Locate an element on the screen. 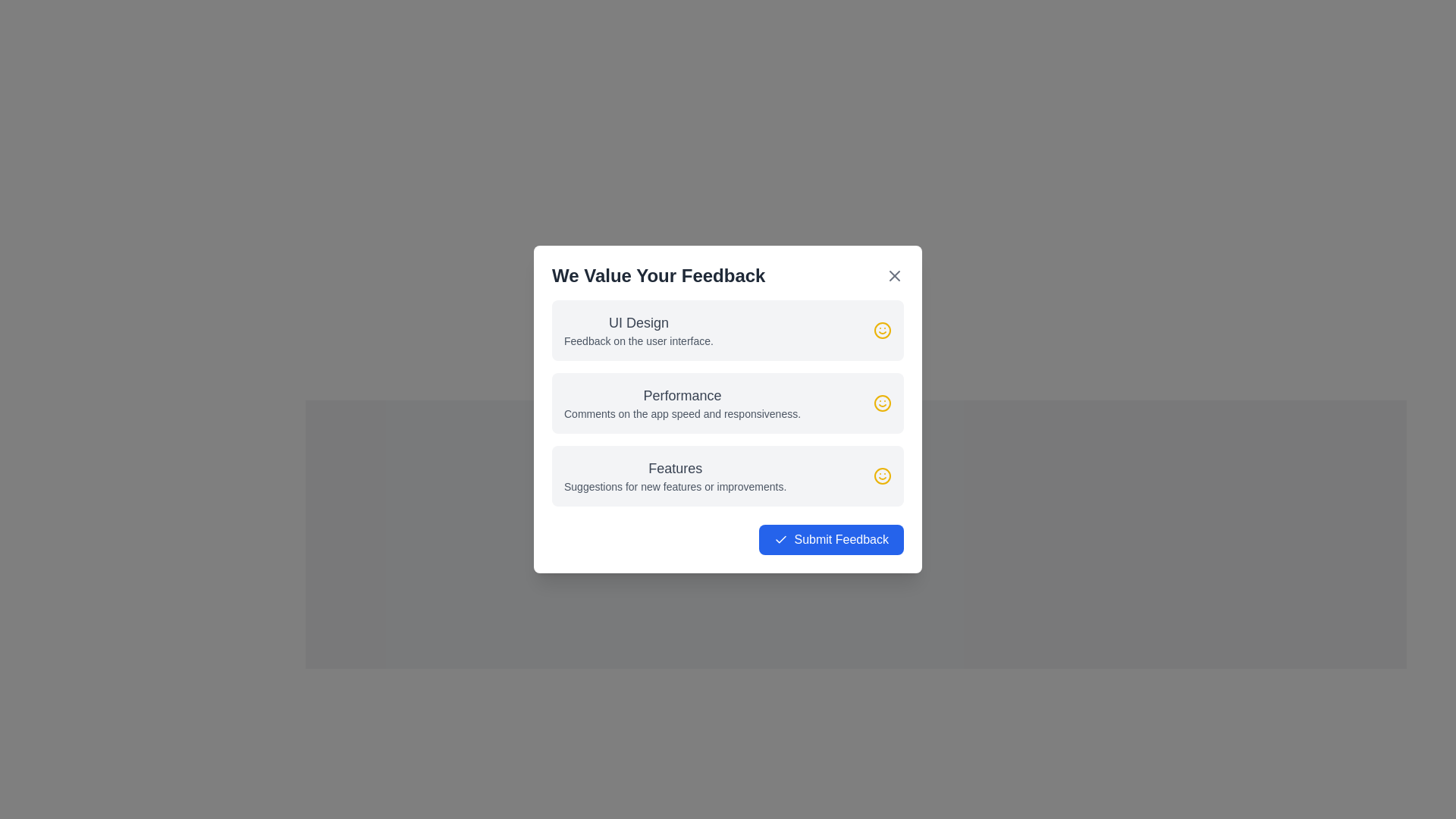 The width and height of the screenshot is (1456, 819). the close button located in the top-right corner of the modal dialog titled 'We Value Your Feedback' is located at coordinates (895, 275).